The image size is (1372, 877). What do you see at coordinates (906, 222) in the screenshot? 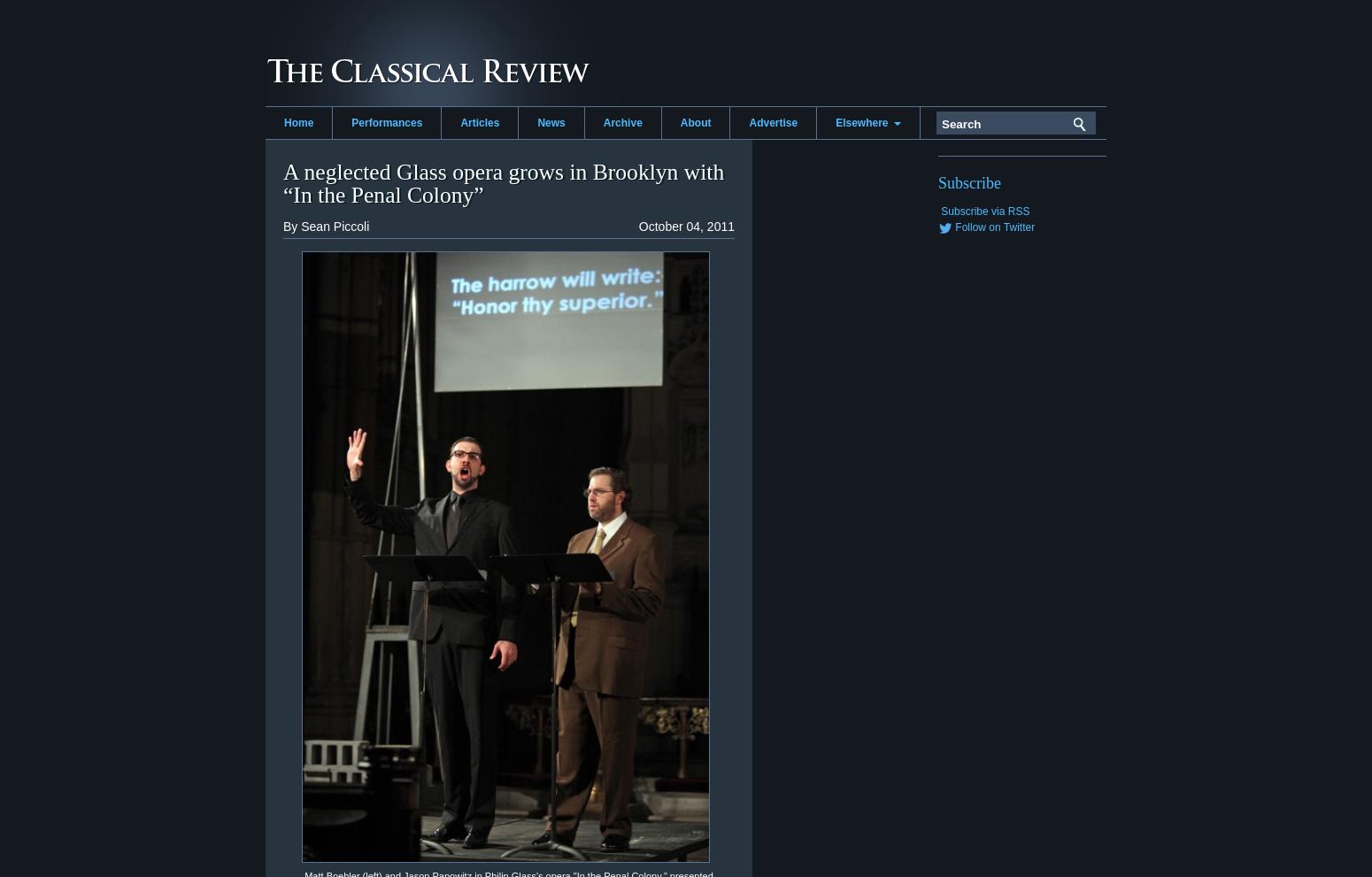
I see `'South Florida Classical Review'` at bounding box center [906, 222].